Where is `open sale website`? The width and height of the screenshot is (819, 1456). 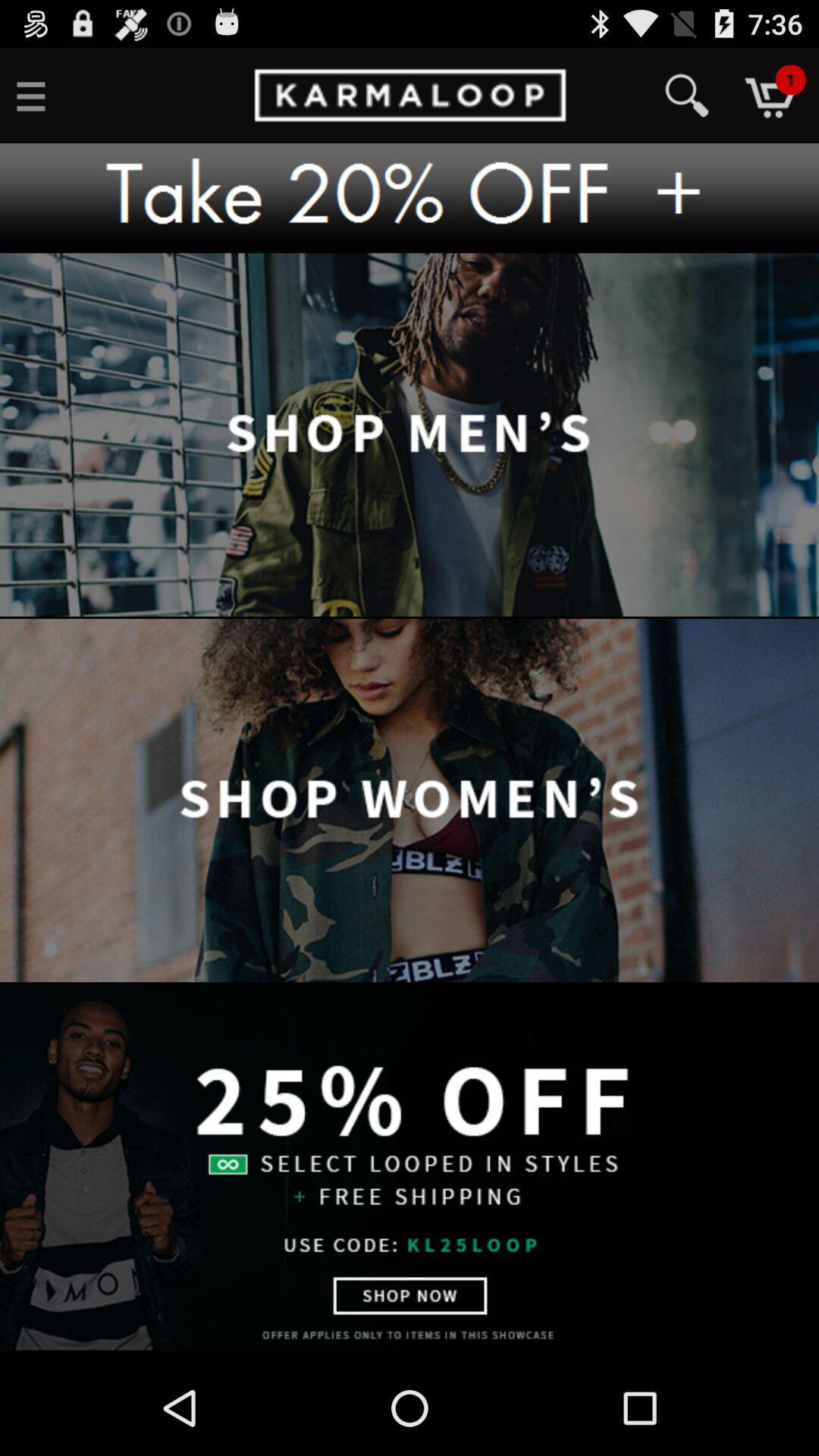 open sale website is located at coordinates (409, 1166).